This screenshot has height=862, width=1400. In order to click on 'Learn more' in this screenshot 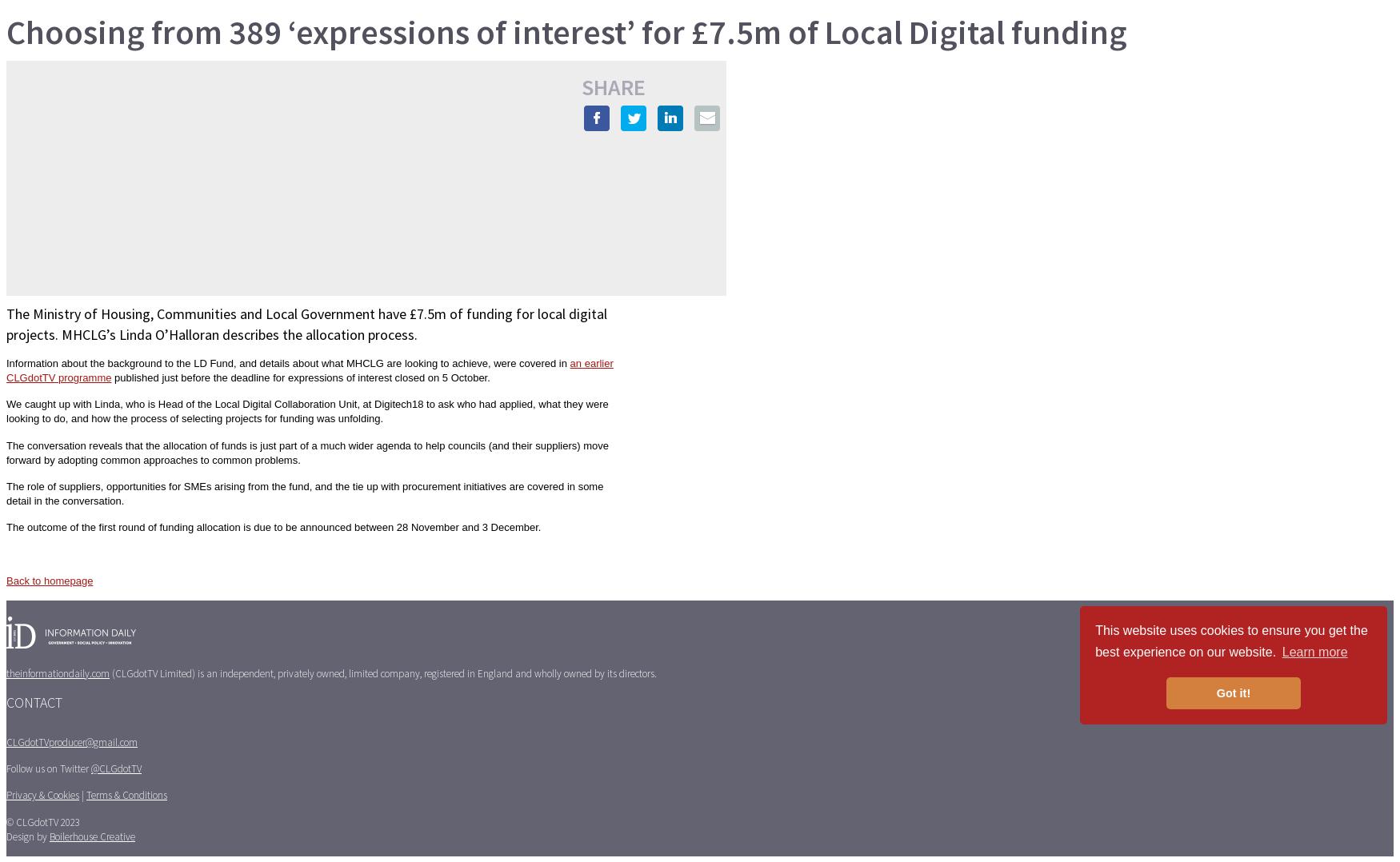, I will do `click(1314, 652)`.